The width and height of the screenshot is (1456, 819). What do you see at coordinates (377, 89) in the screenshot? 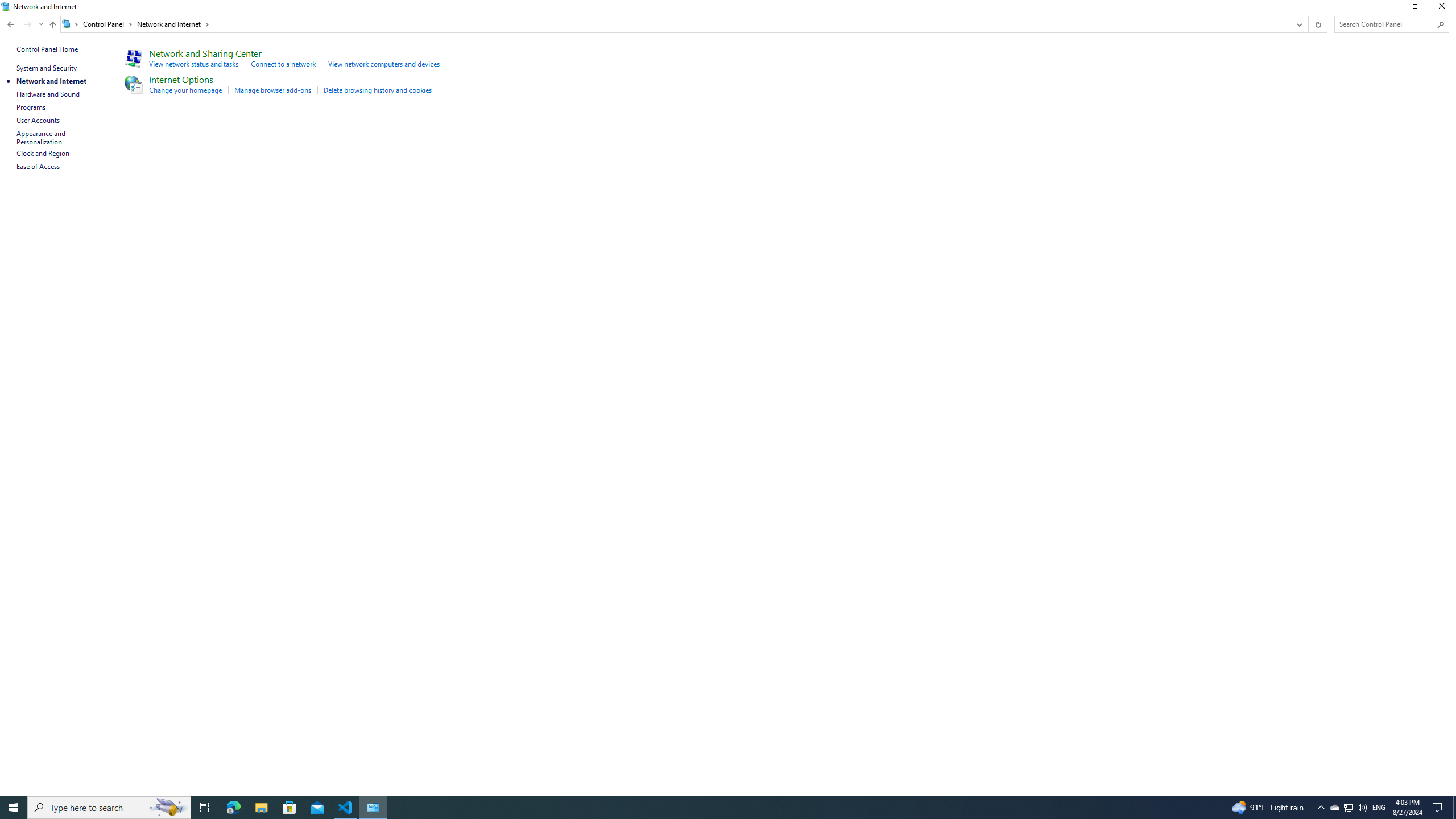
I see `'Delete browsing history and cookies'` at bounding box center [377, 89].